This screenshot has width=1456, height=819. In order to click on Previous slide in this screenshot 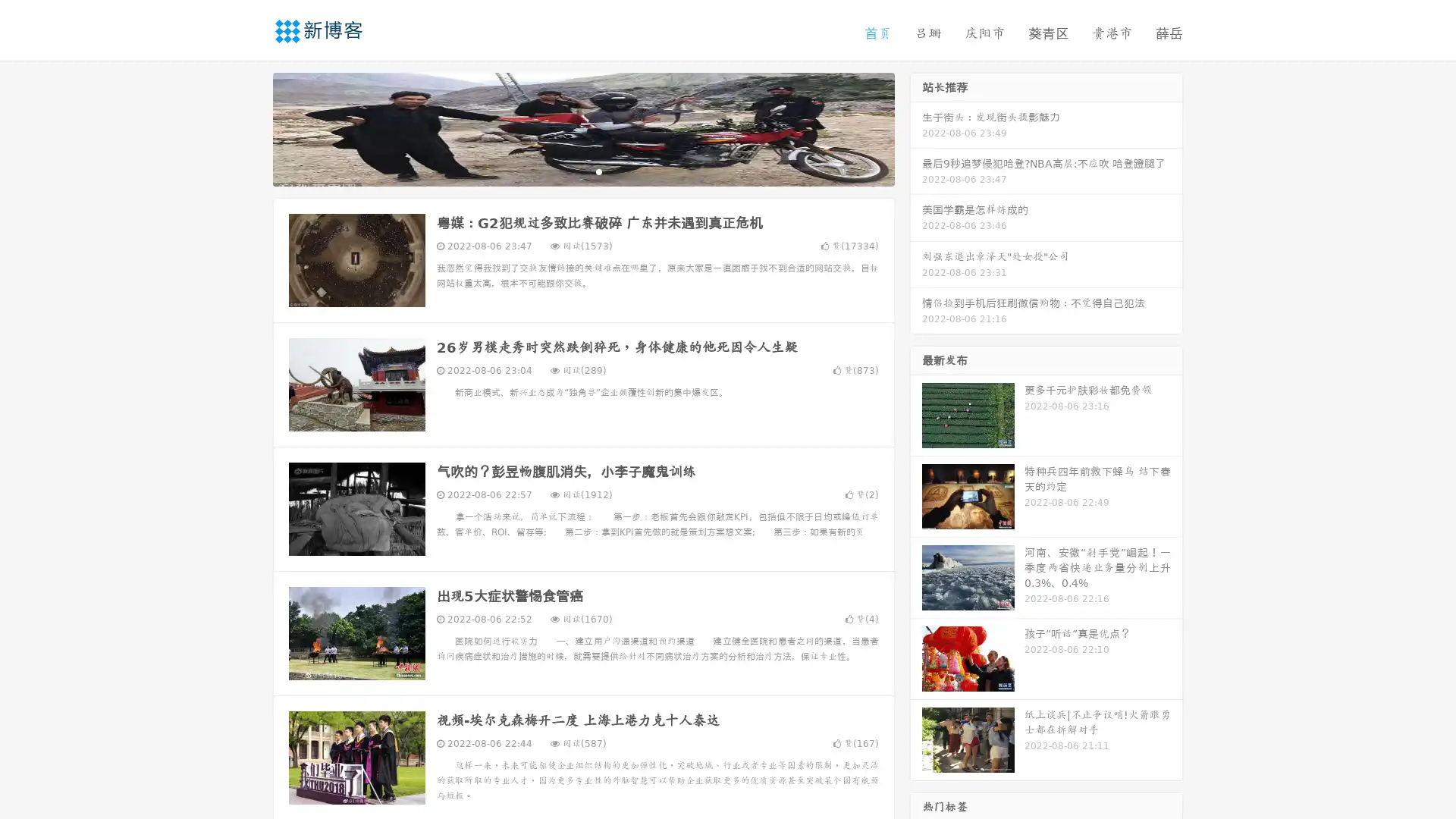, I will do `click(250, 127)`.